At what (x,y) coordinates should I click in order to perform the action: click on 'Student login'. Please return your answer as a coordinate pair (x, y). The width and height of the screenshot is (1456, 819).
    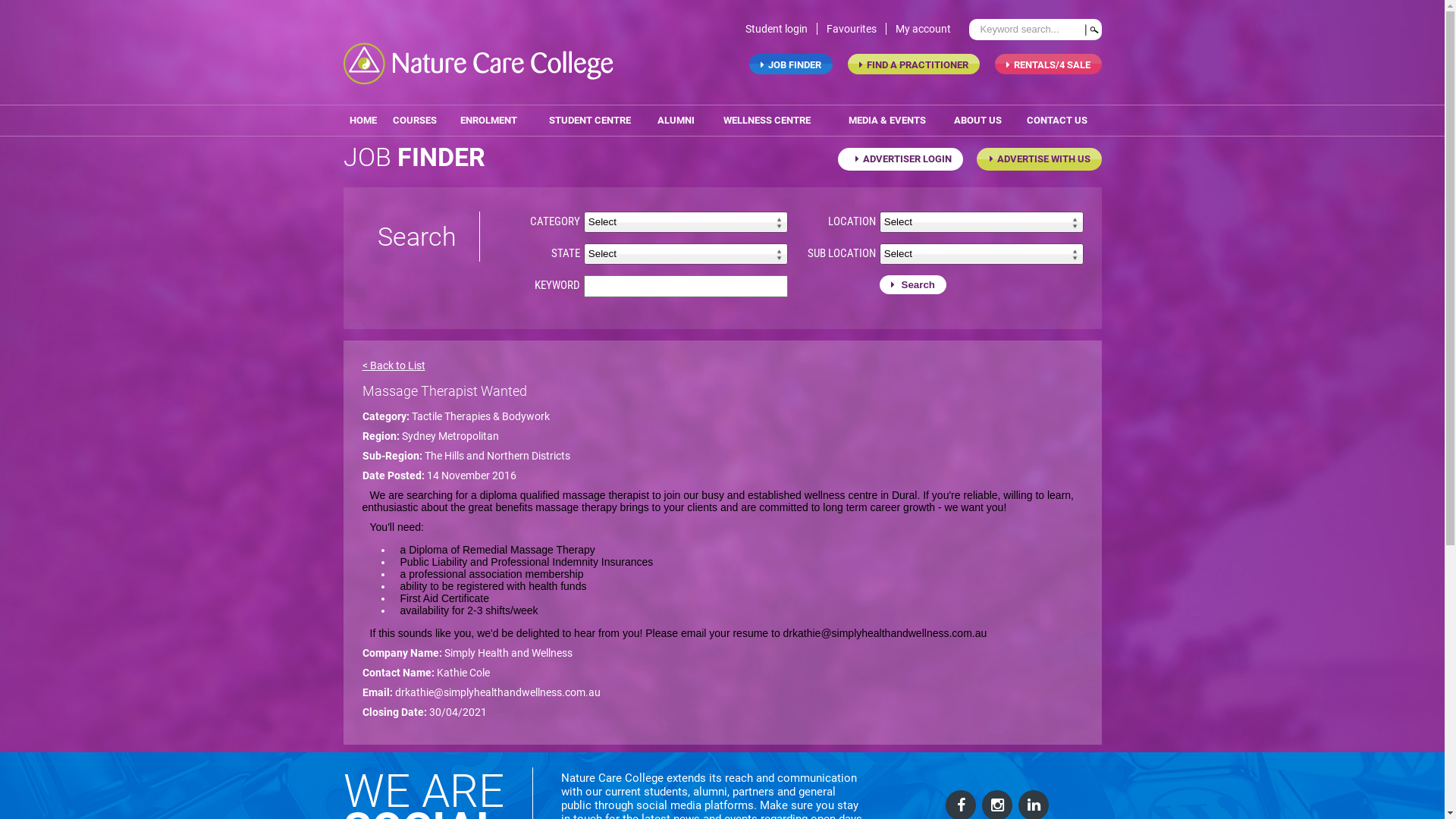
    Looking at the image, I should click on (780, 29).